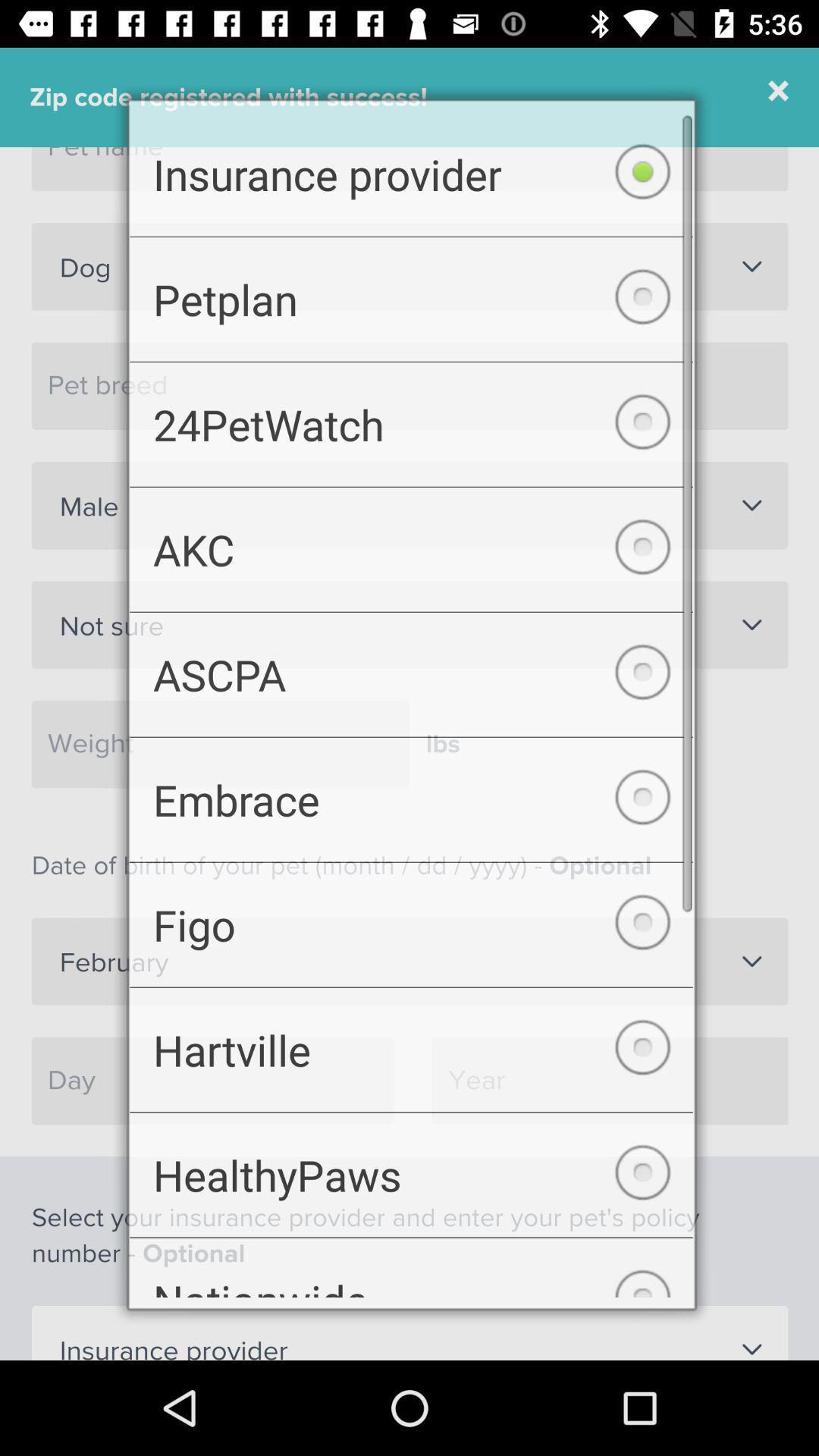 This screenshot has width=819, height=1456. I want to click on hartville item, so click(411, 1059).